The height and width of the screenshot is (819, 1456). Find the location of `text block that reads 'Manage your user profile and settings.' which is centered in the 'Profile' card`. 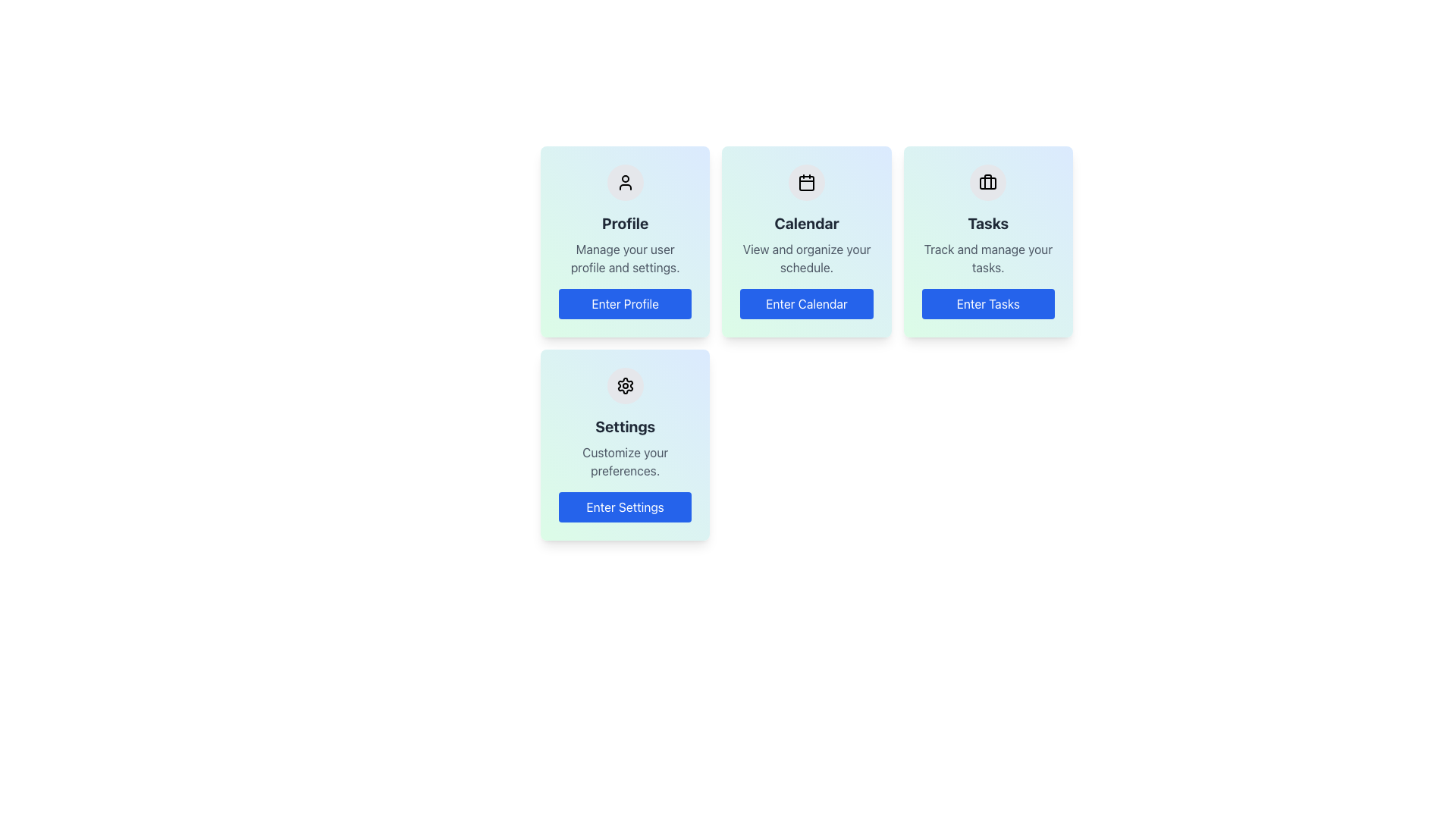

text block that reads 'Manage your user profile and settings.' which is centered in the 'Profile' card is located at coordinates (625, 257).